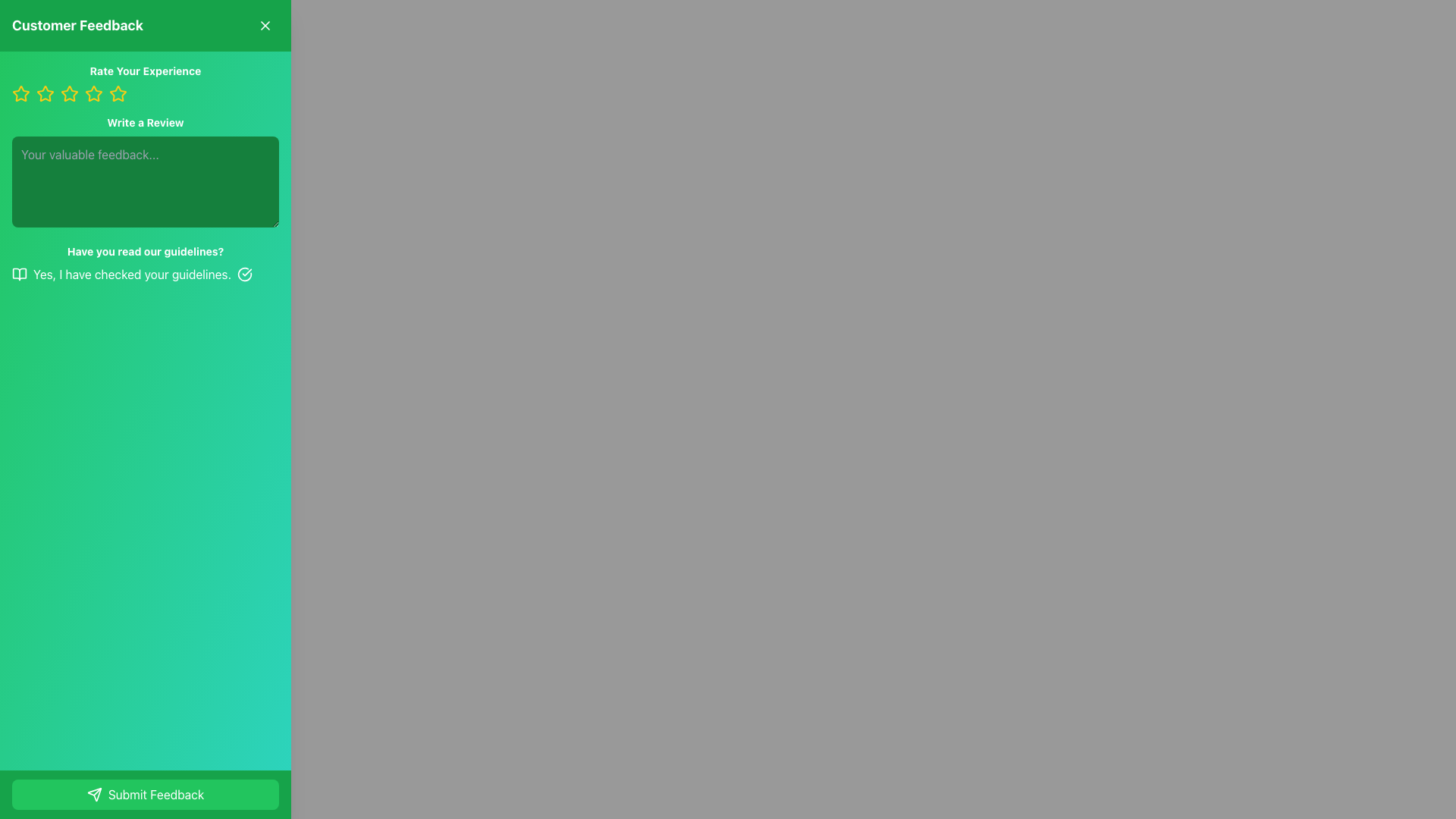 This screenshot has width=1456, height=819. Describe the element at coordinates (44, 93) in the screenshot. I see `the first star in the row of five stars under the heading 'Rate Your Experience'` at that location.